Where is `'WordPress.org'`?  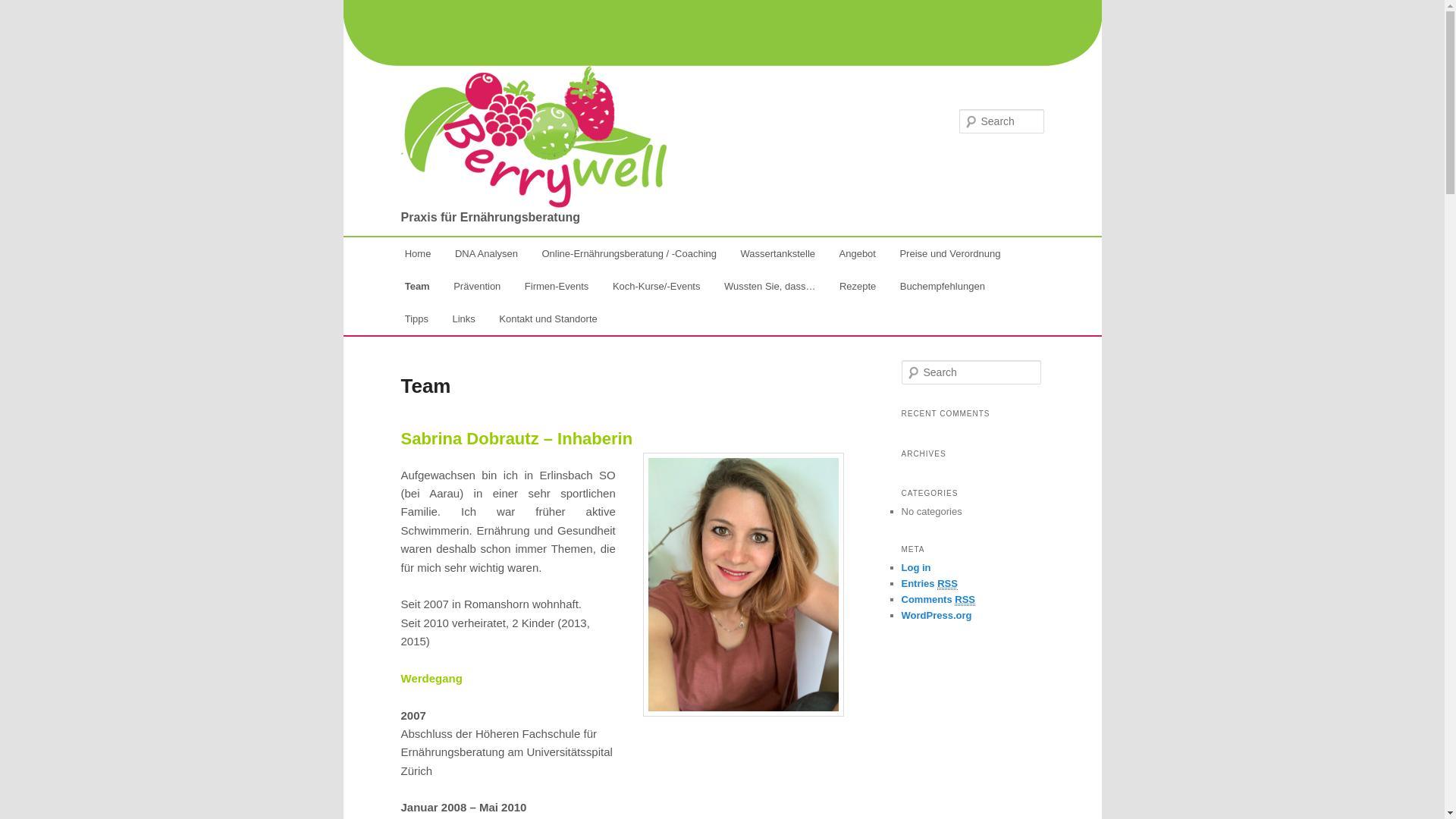 'WordPress.org' is located at coordinates (935, 615).